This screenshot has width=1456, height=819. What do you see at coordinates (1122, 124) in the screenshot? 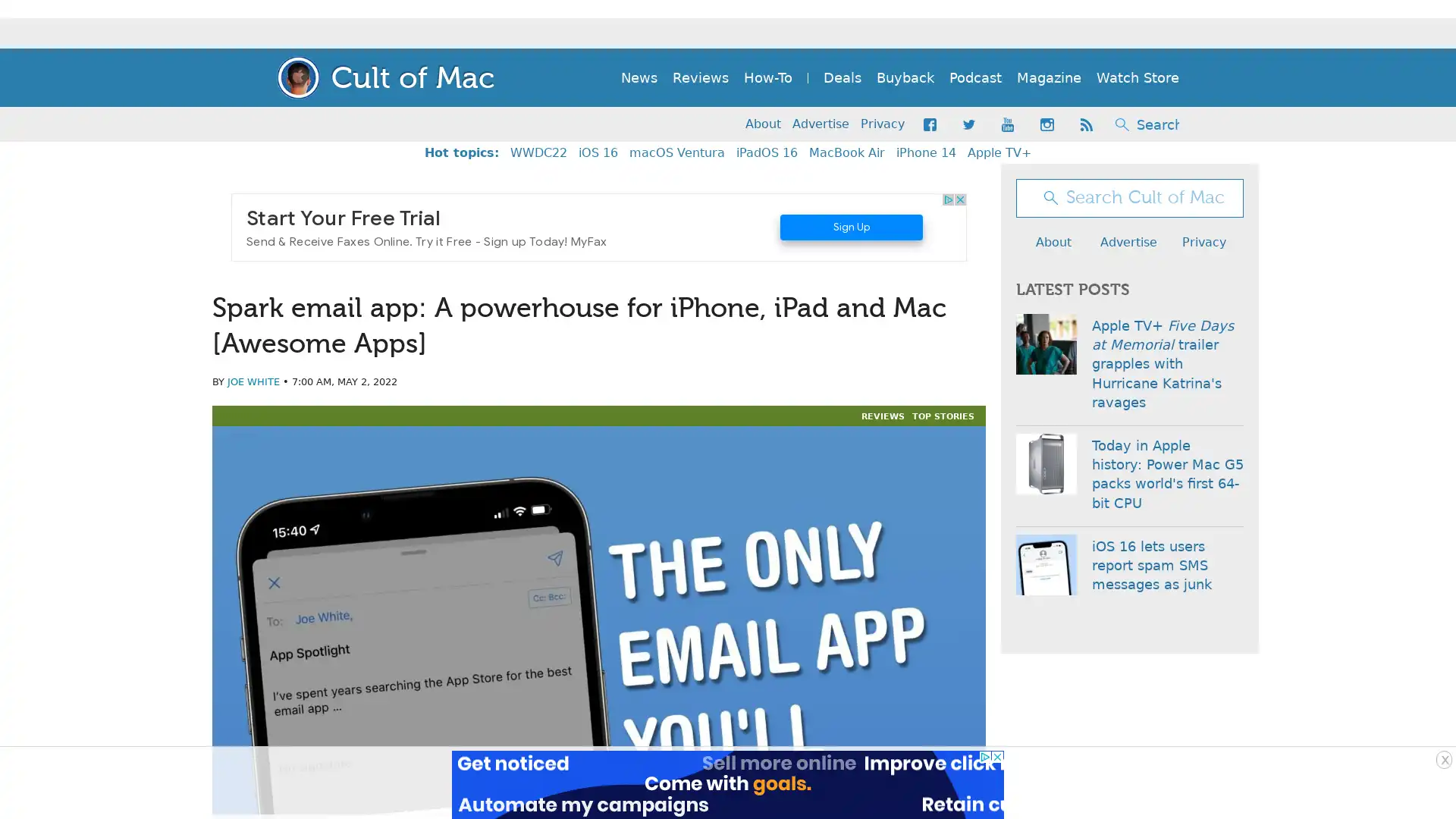
I see `Search Cult of Mac Search Cult of Mac` at bounding box center [1122, 124].